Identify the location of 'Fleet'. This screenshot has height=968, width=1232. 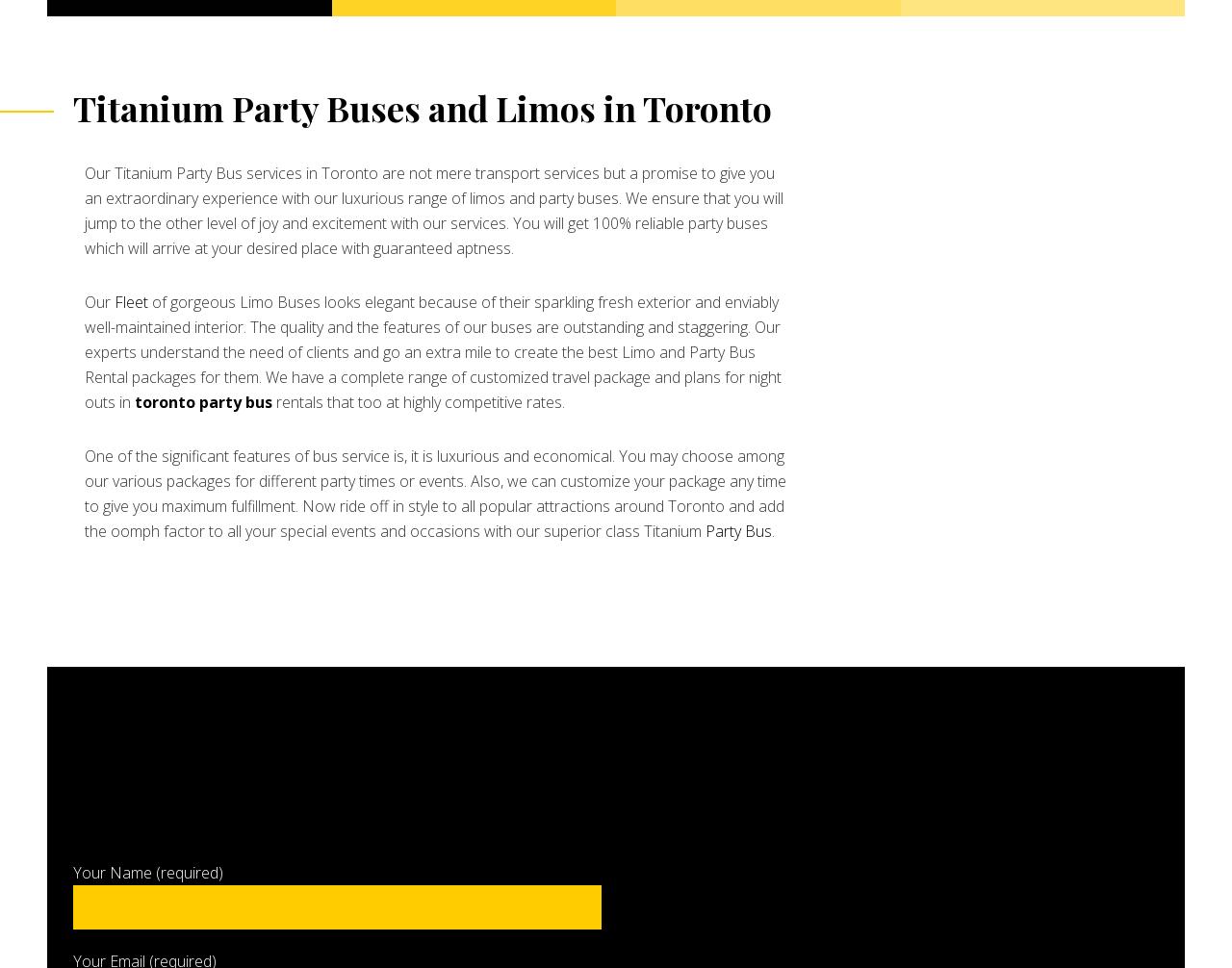
(130, 300).